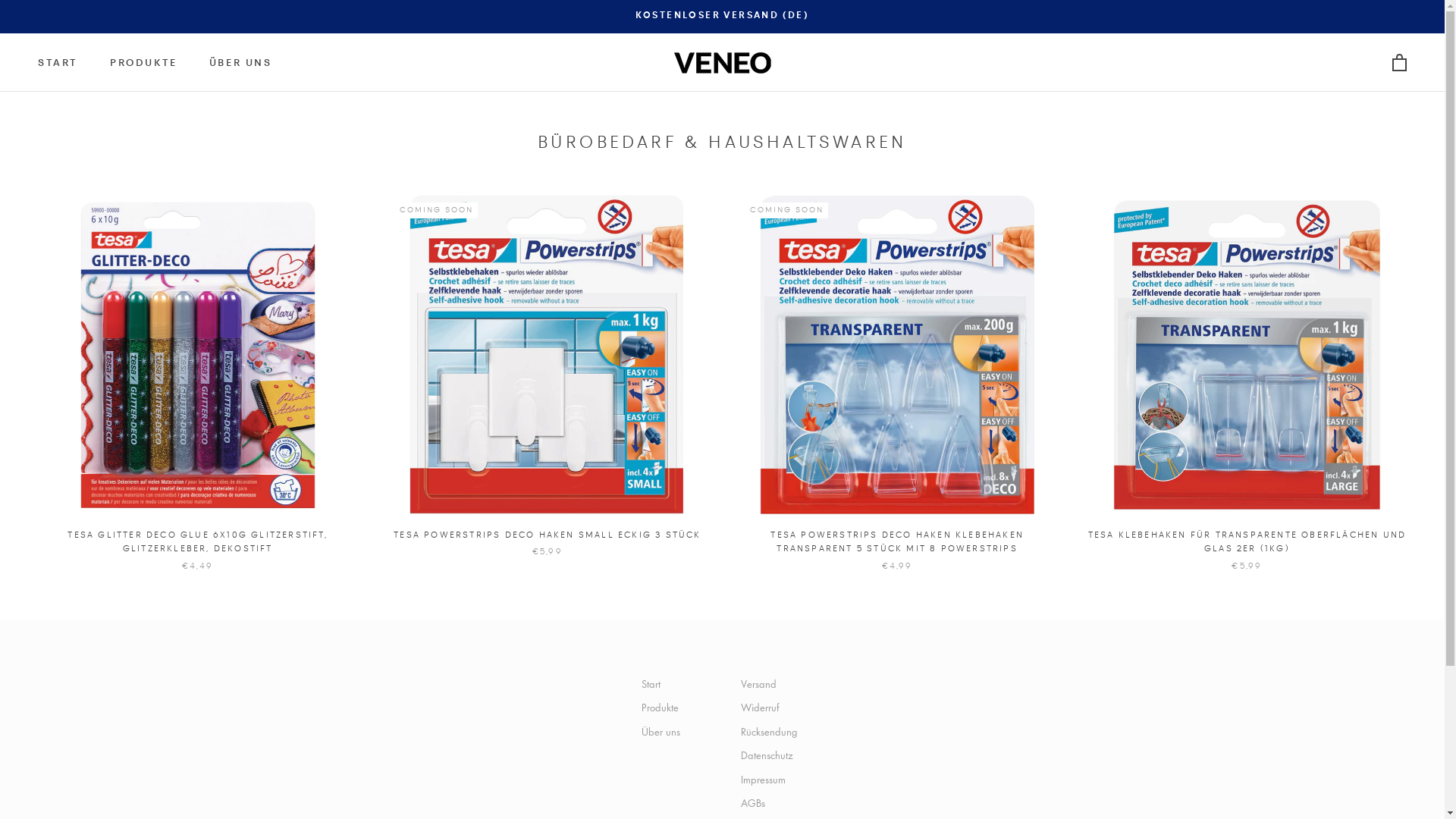  Describe the element at coordinates (143, 62) in the screenshot. I see `'PRODUKTE'` at that location.